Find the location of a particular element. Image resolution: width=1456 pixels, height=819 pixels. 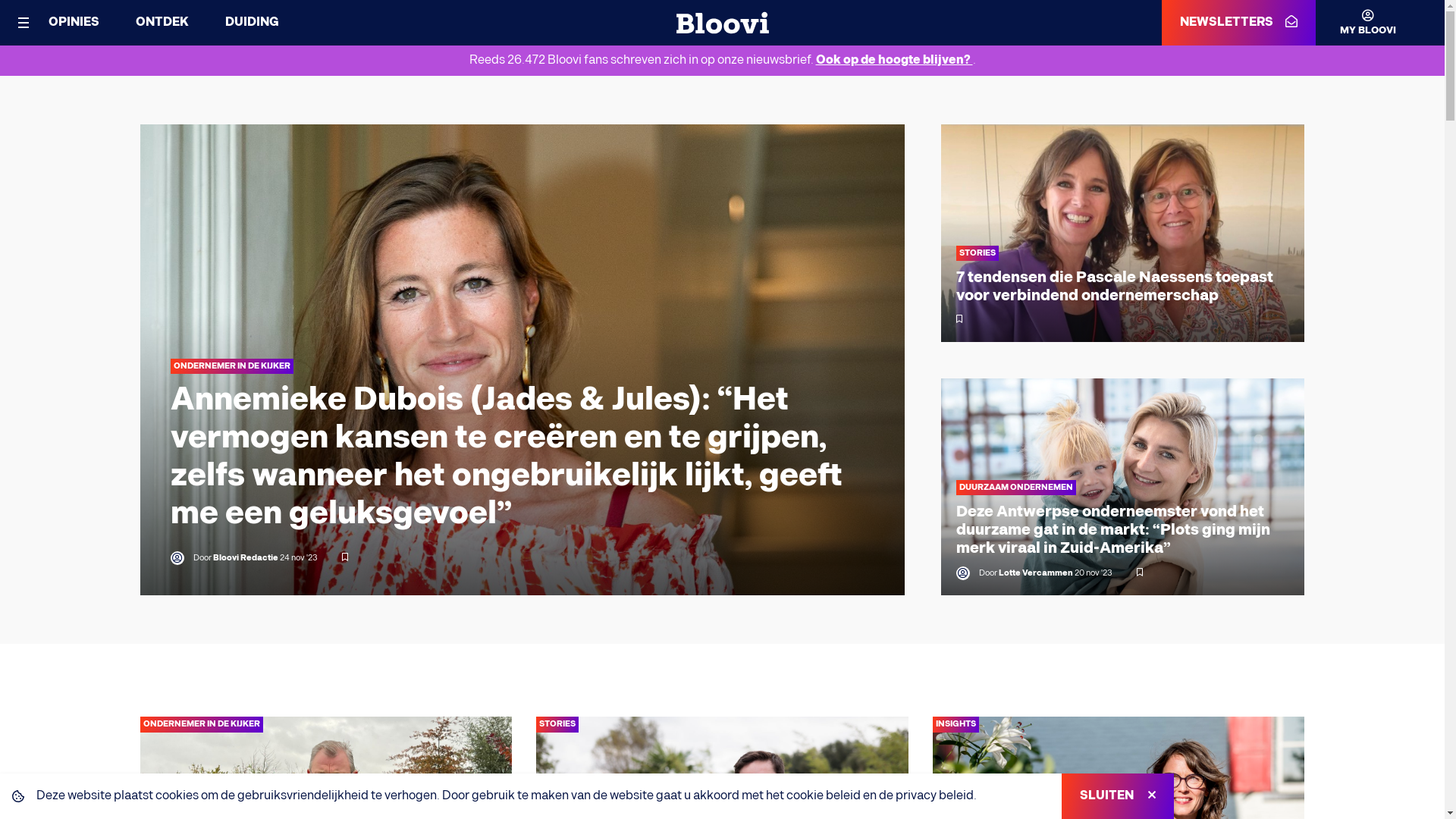

'MY BLOOVI' is located at coordinates (1356, 23).